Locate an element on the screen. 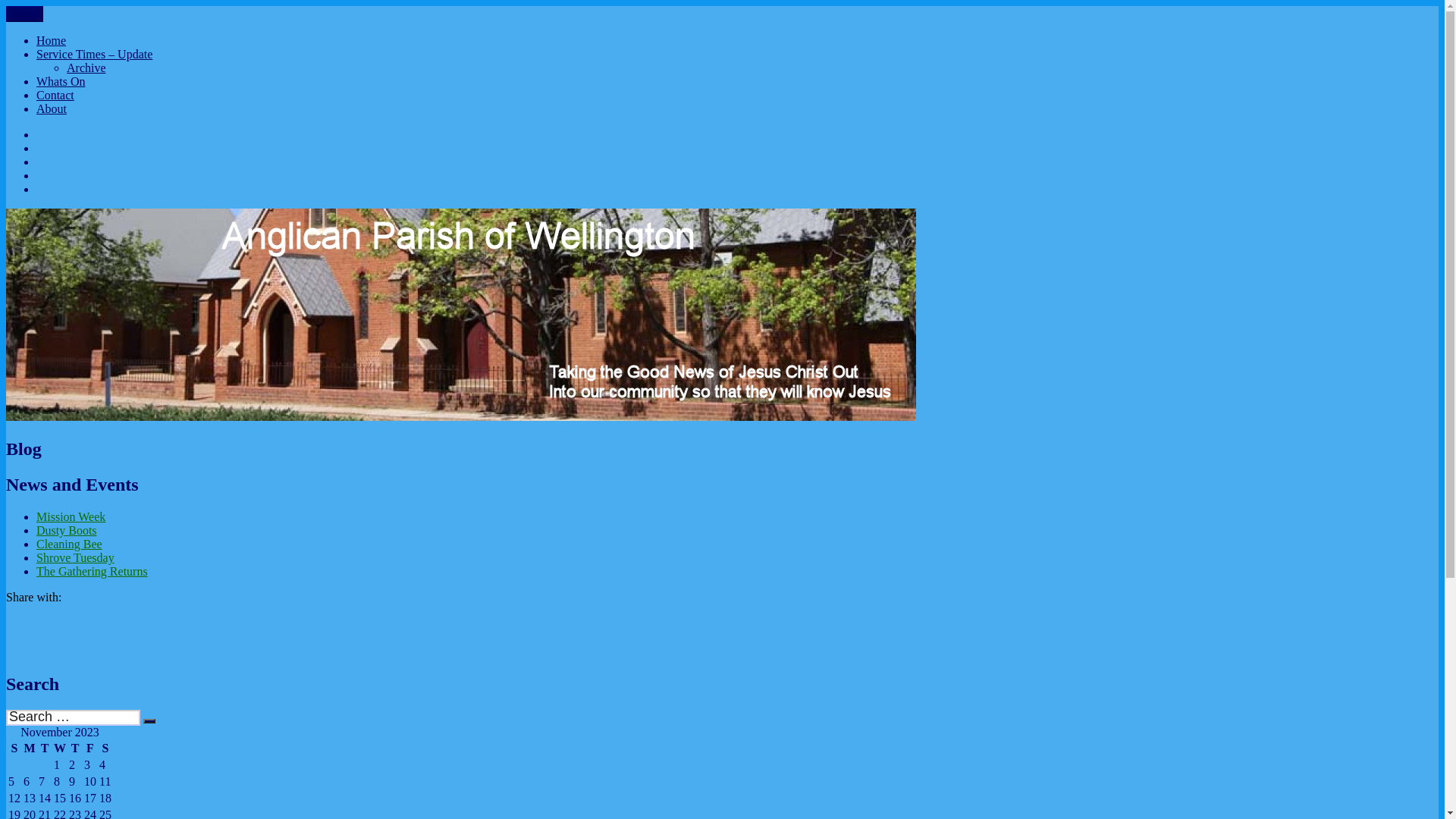  'About' is located at coordinates (51, 108).